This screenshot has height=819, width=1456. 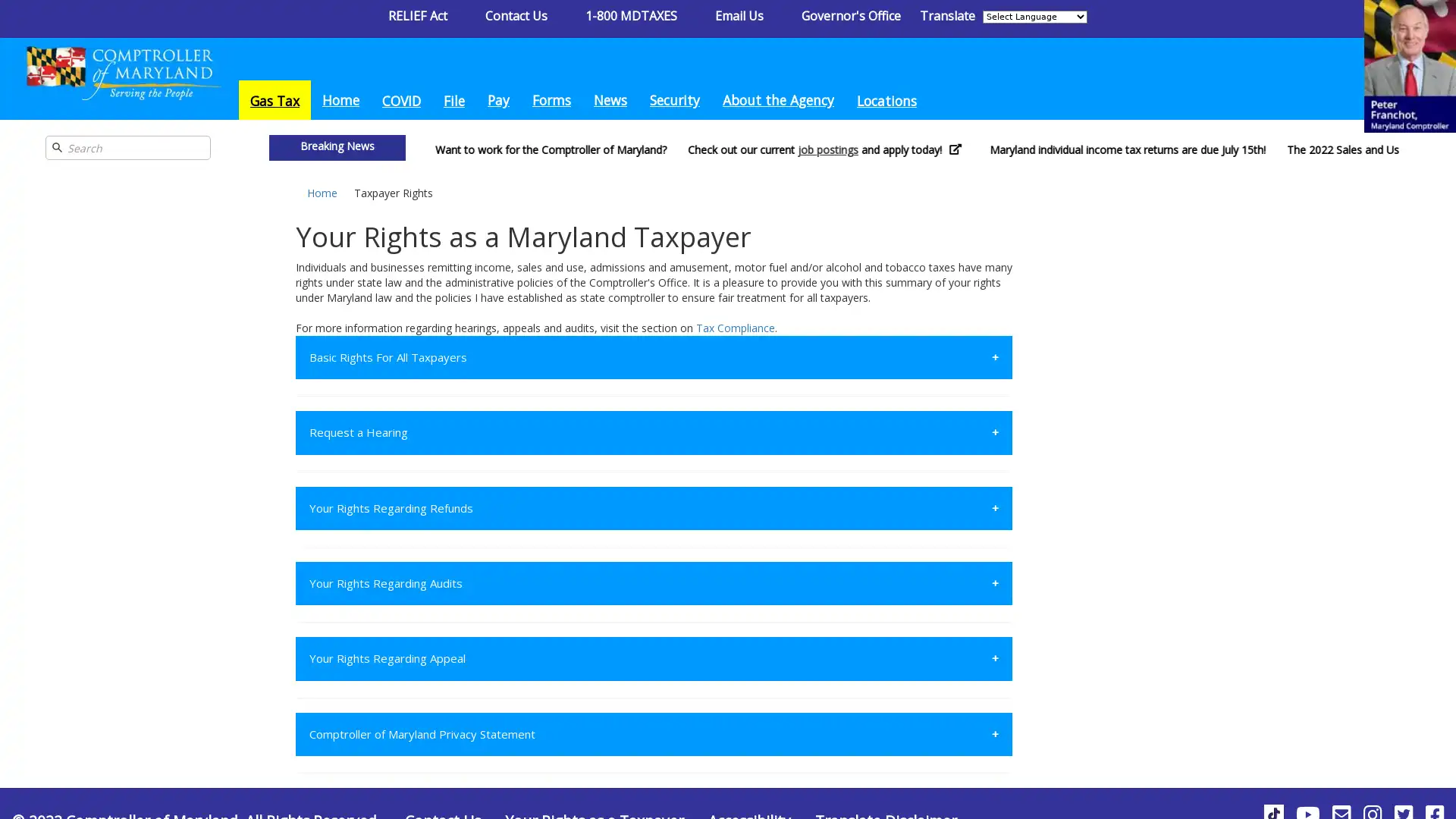 I want to click on Comptroller of Maryland Privacy Statement +, so click(x=654, y=733).